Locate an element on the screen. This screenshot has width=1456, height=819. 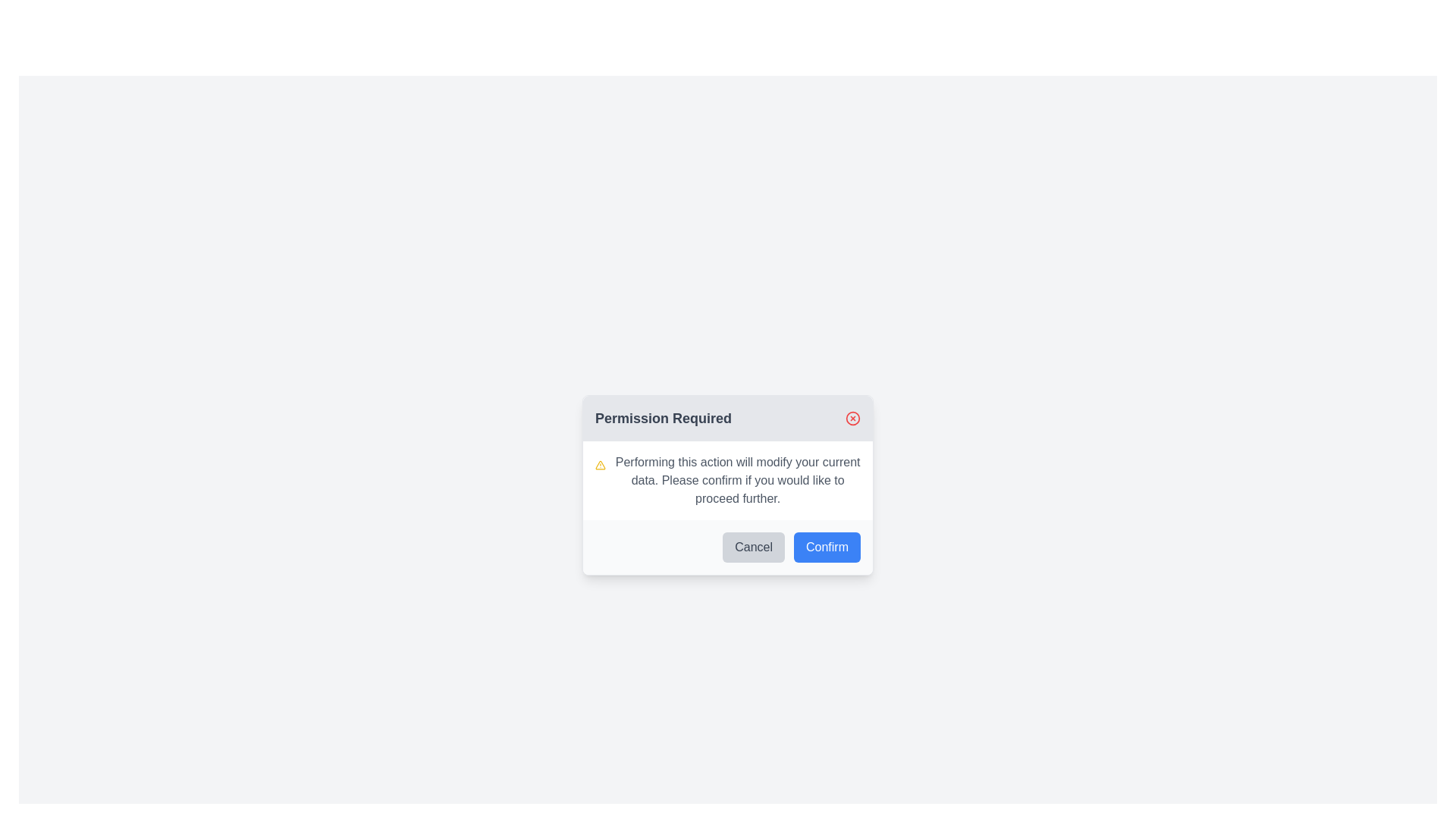
the 'Permission Required' text label, which is a bold, large heading in dark gray color located at the upper part of a card-like component within a modal dialog is located at coordinates (663, 418).